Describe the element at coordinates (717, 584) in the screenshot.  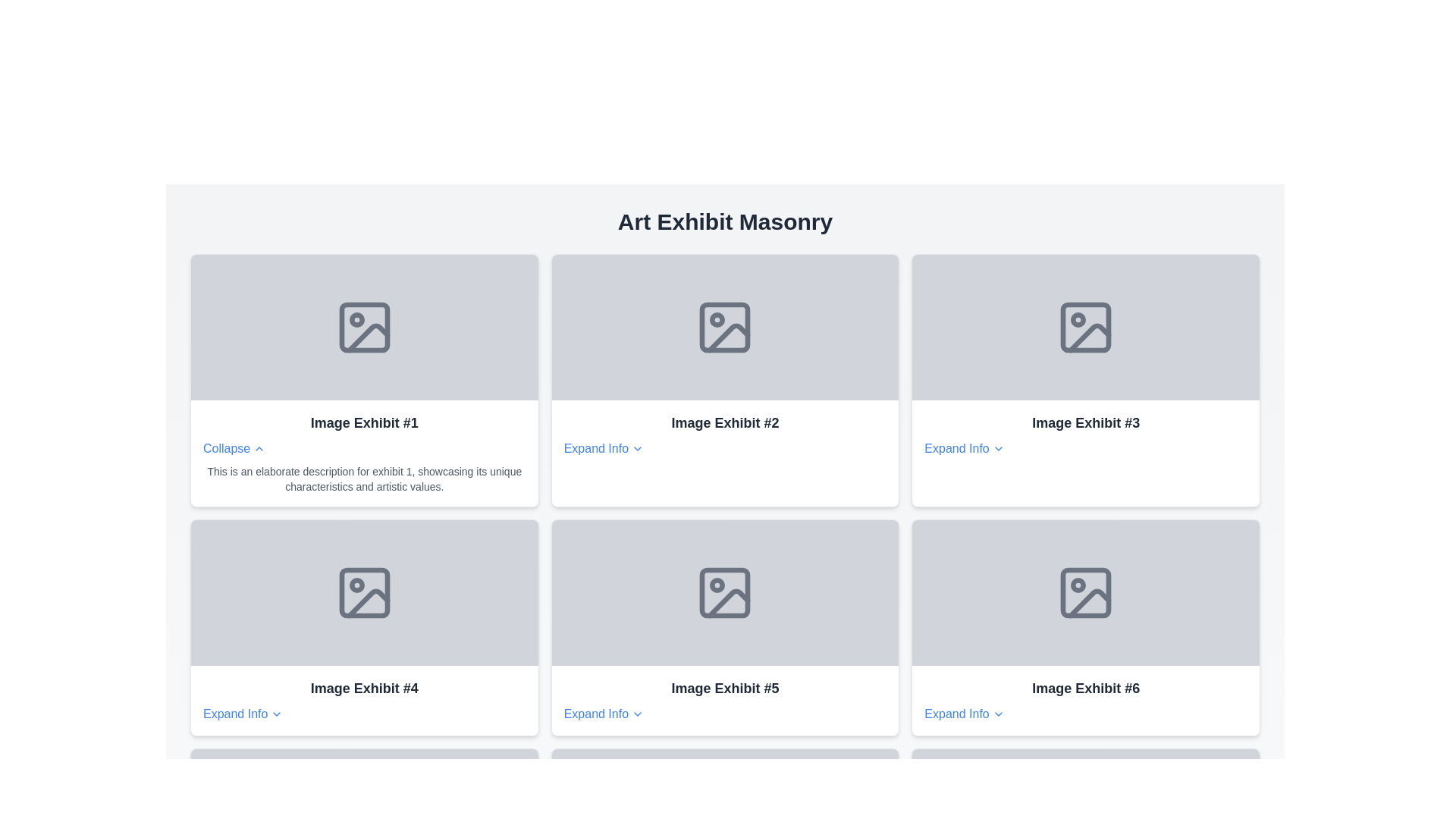
I see `the small circular dot located inside the photo icon of the 'Image Exhibit #5' card, which is the second card in the second row of the exhibit grid layout` at that location.